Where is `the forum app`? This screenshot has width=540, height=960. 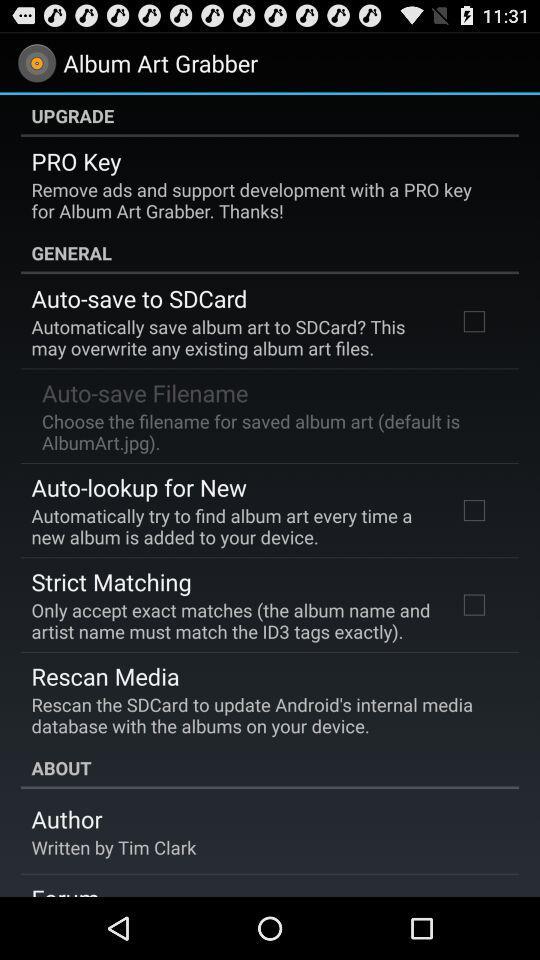 the forum app is located at coordinates (65, 888).